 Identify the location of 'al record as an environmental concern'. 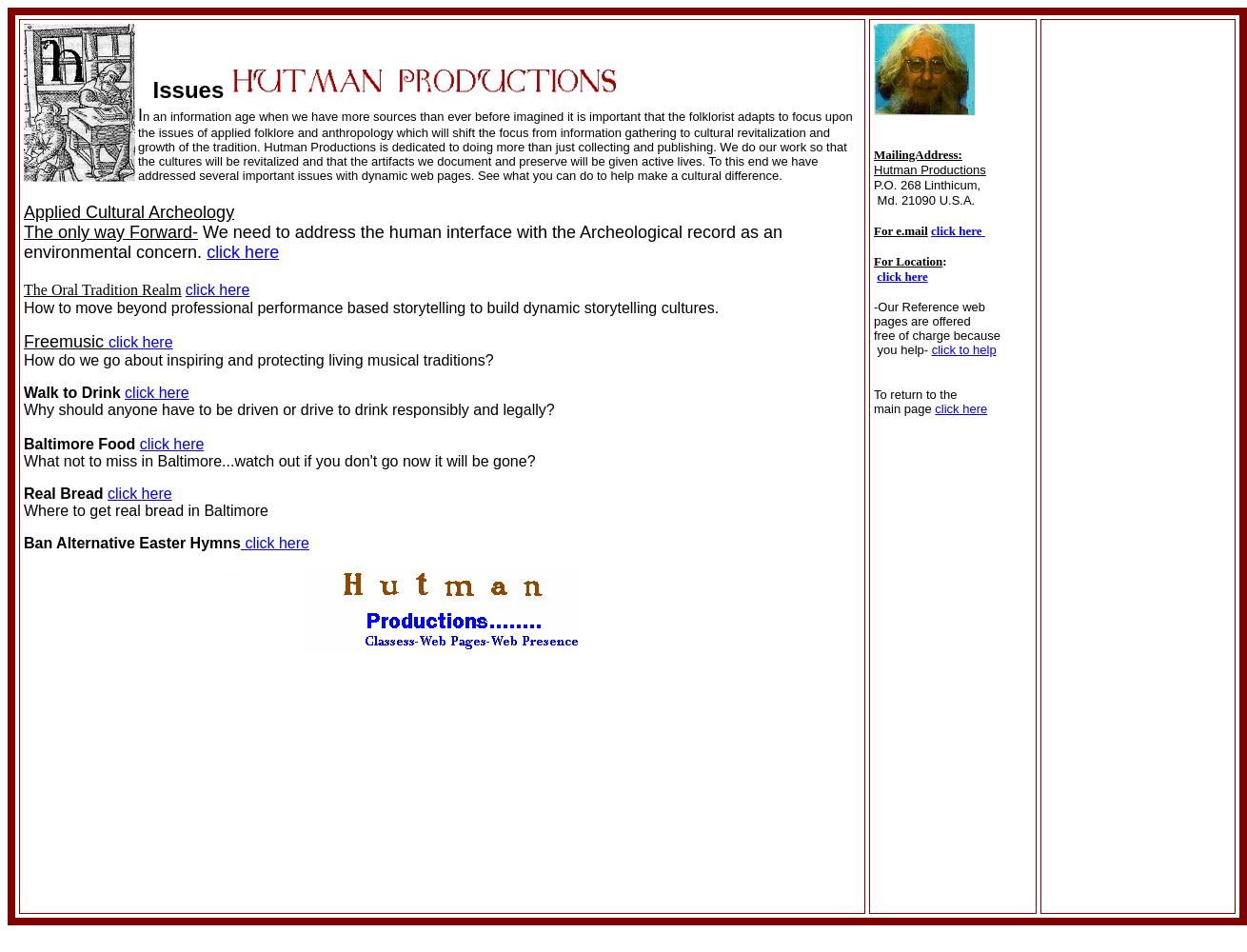
(402, 242).